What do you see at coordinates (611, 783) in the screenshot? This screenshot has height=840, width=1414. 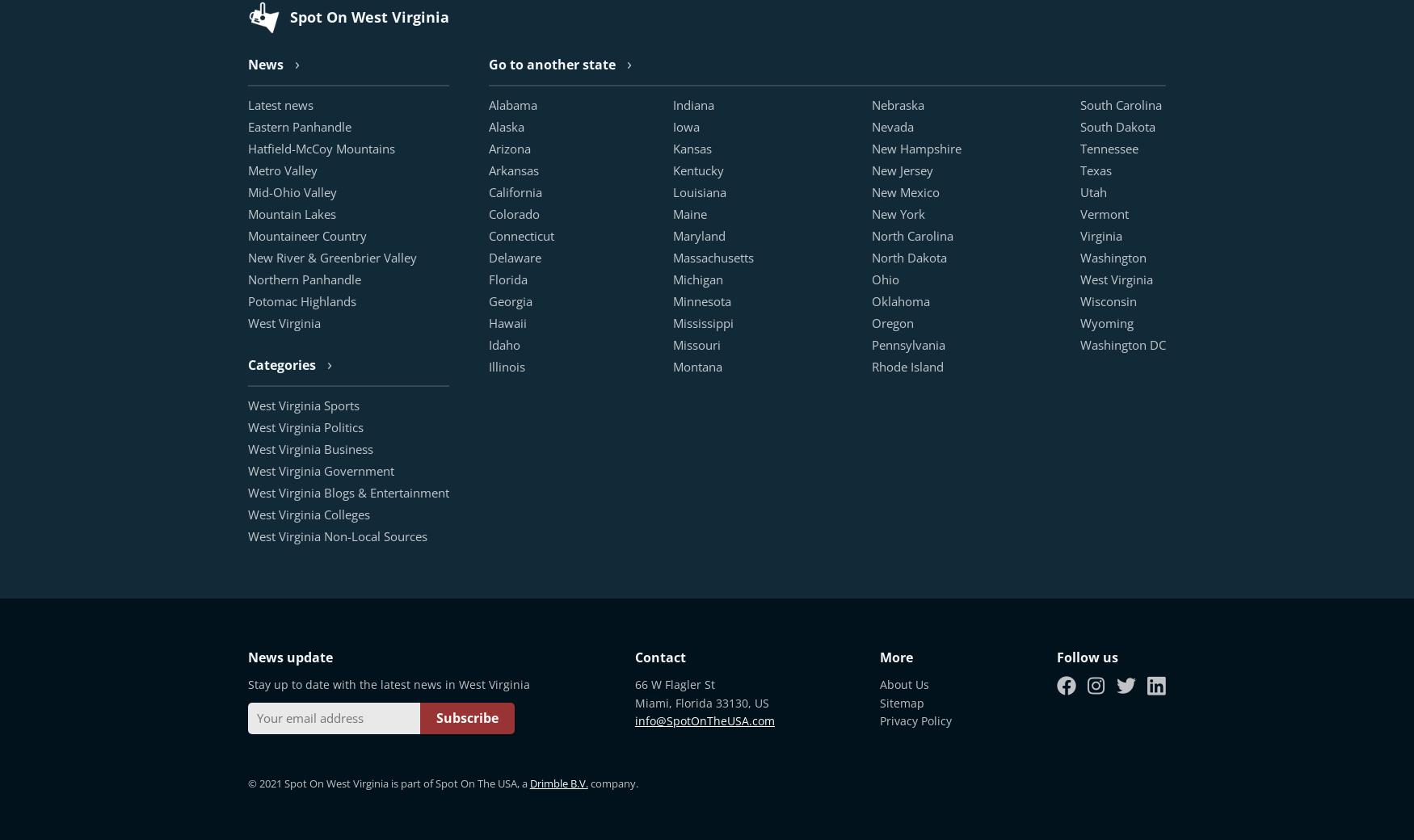 I see `'company.'` at bounding box center [611, 783].